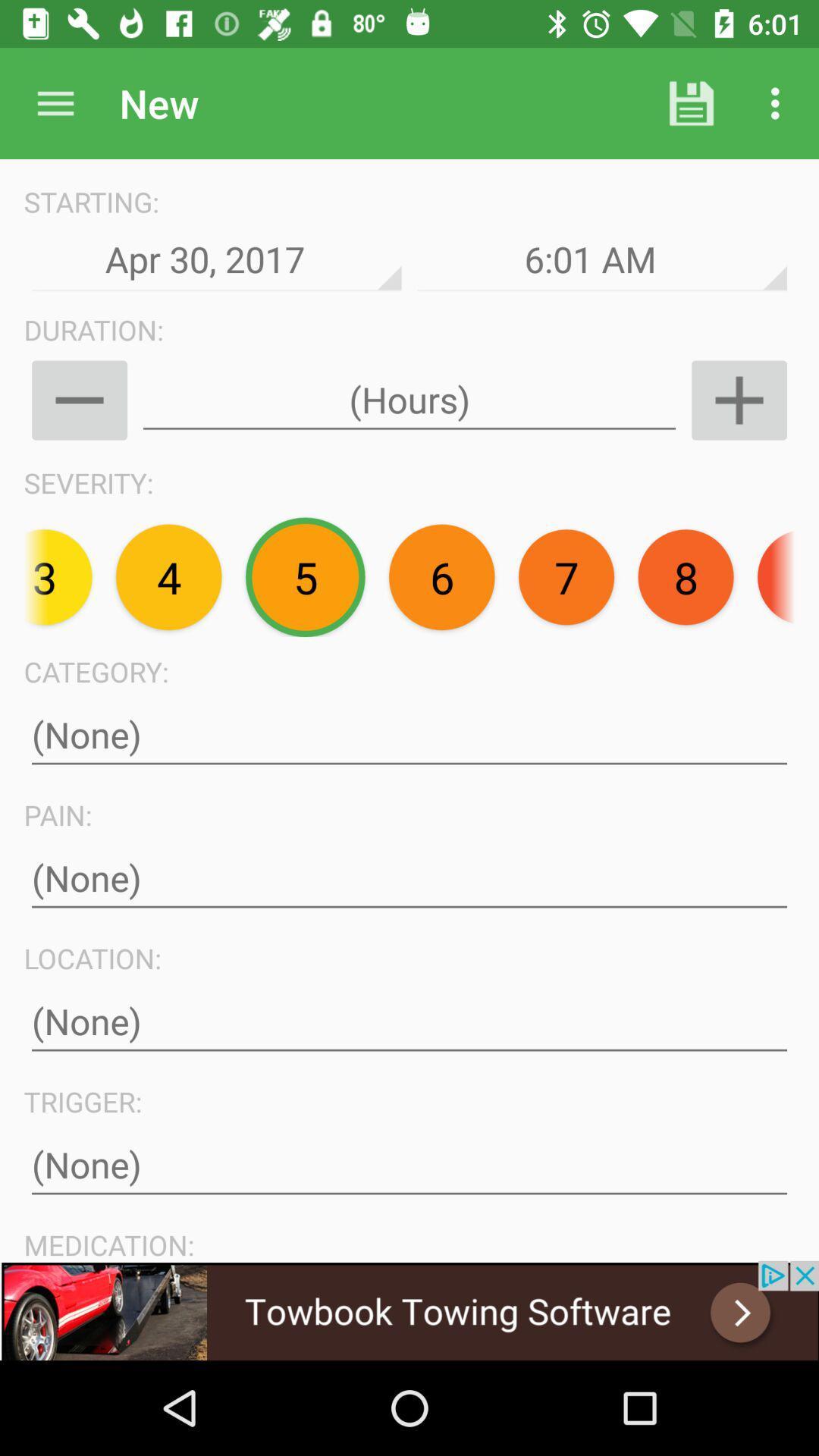 The height and width of the screenshot is (1456, 819). Describe the element at coordinates (739, 400) in the screenshot. I see `alarm ingres` at that location.